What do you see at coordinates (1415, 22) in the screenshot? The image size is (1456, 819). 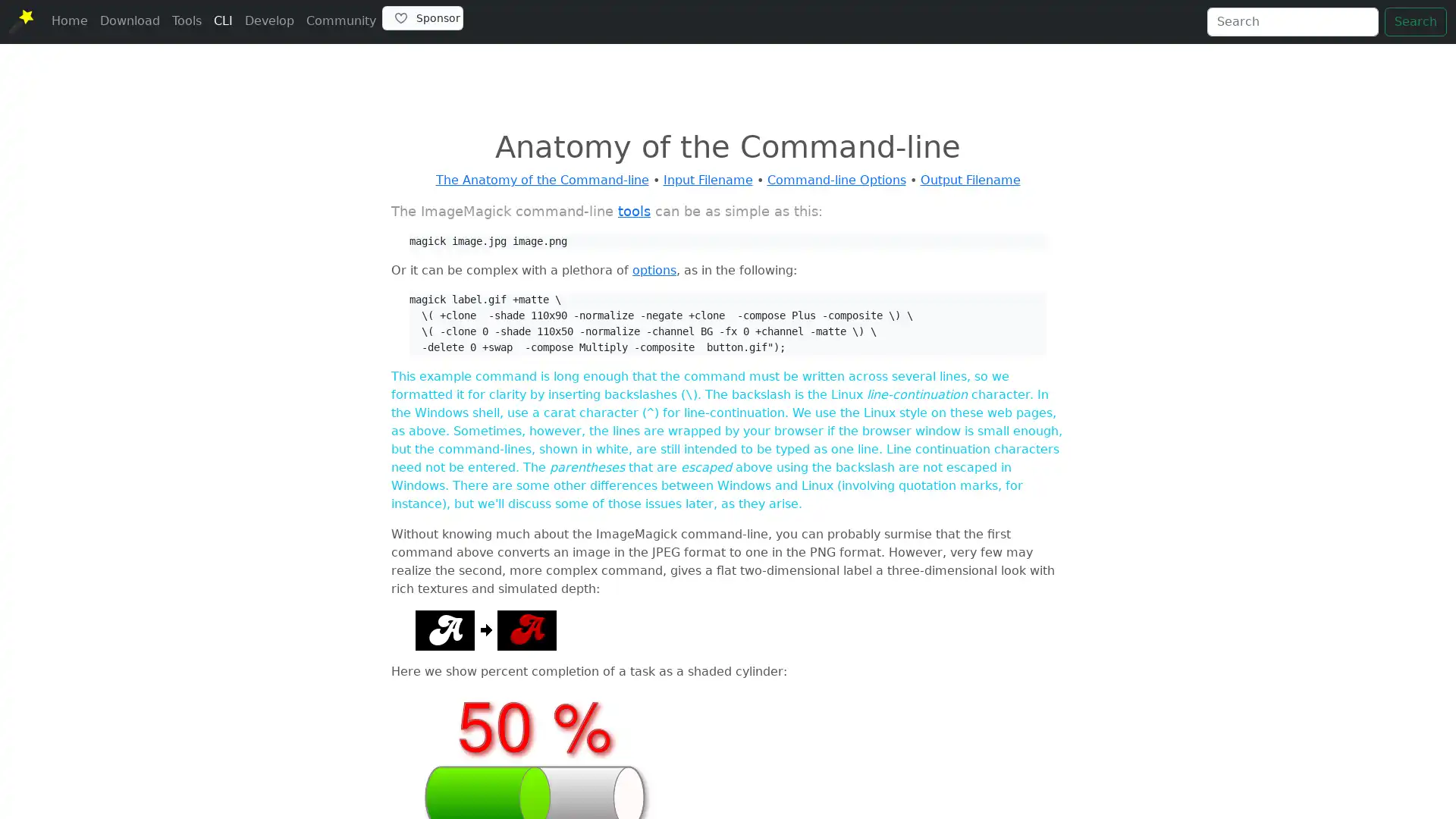 I see `Search` at bounding box center [1415, 22].